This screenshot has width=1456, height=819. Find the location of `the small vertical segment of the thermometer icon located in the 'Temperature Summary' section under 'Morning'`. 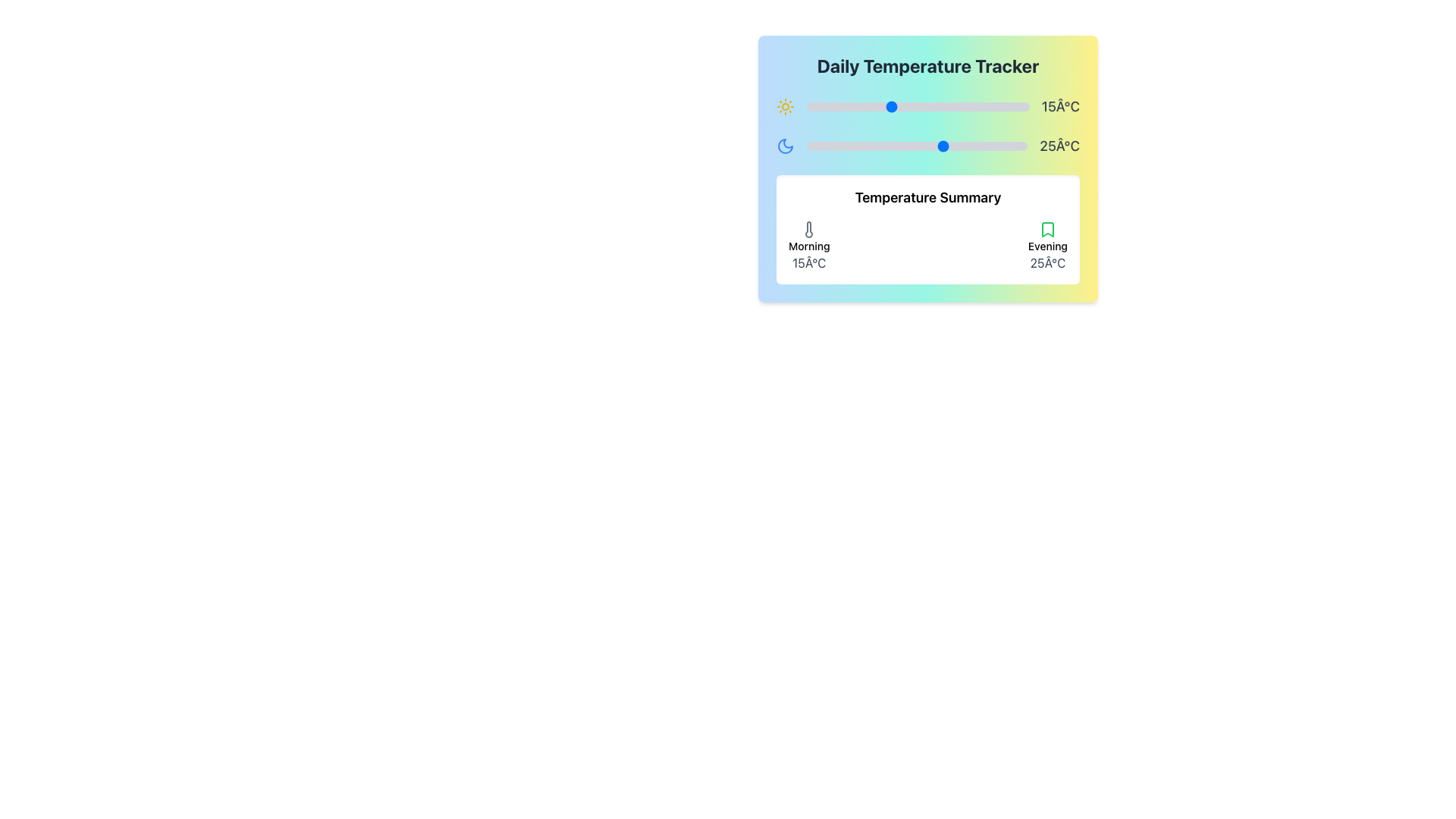

the small vertical segment of the thermometer icon located in the 'Temperature Summary' section under 'Morning' is located at coordinates (808, 230).